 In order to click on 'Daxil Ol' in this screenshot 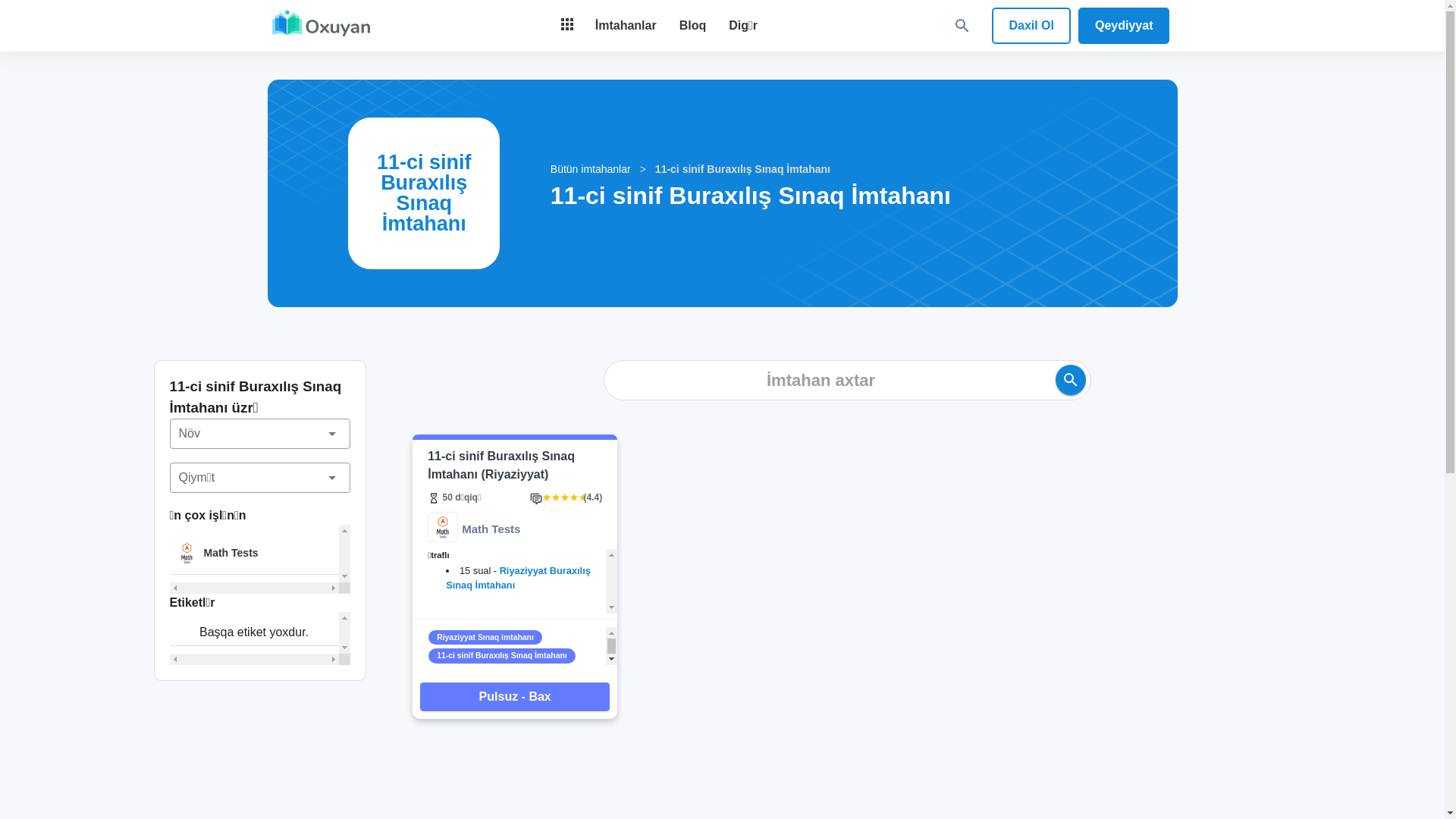, I will do `click(992, 26)`.